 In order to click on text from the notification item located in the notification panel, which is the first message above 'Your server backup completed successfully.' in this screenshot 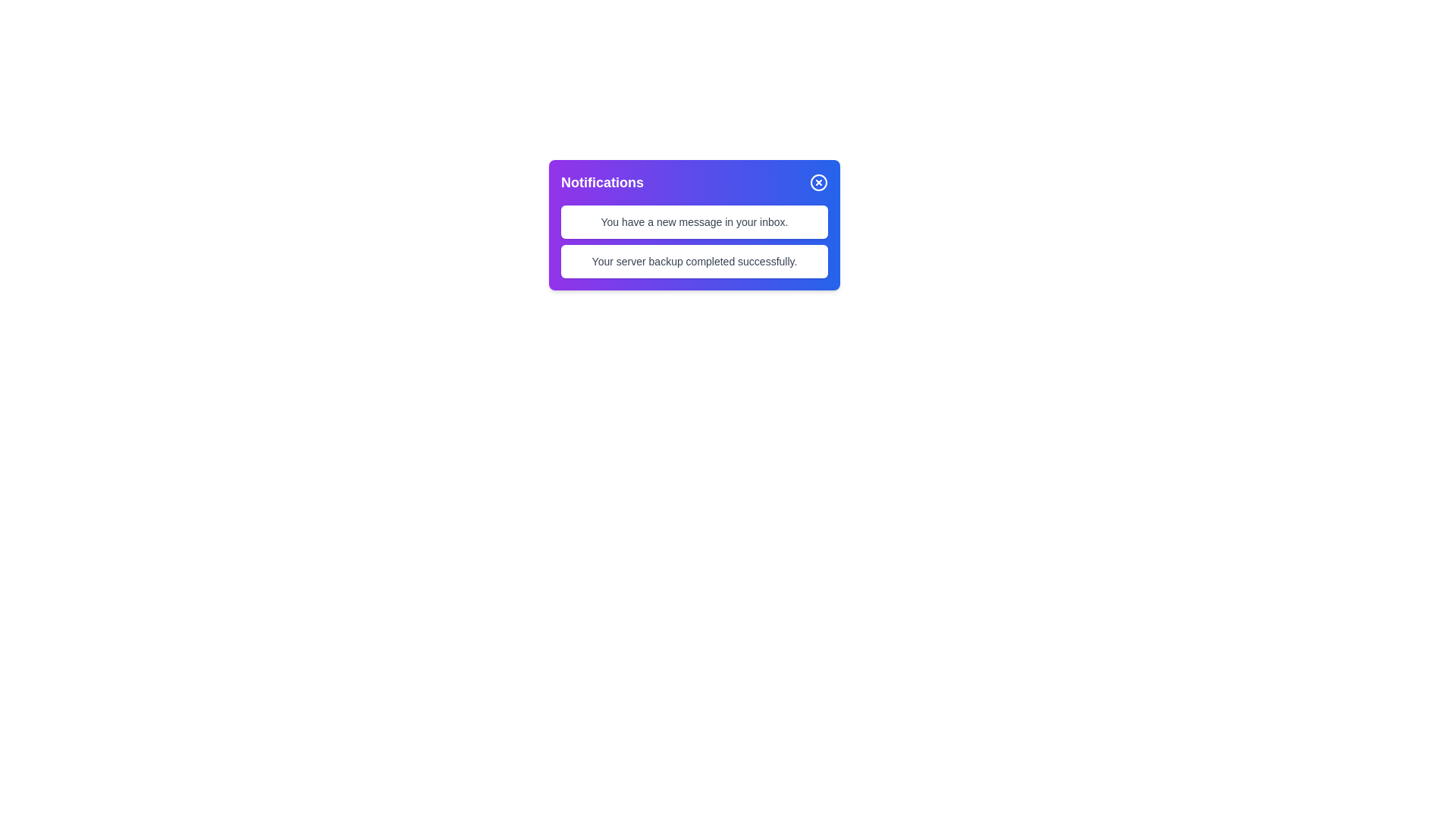, I will do `click(694, 222)`.